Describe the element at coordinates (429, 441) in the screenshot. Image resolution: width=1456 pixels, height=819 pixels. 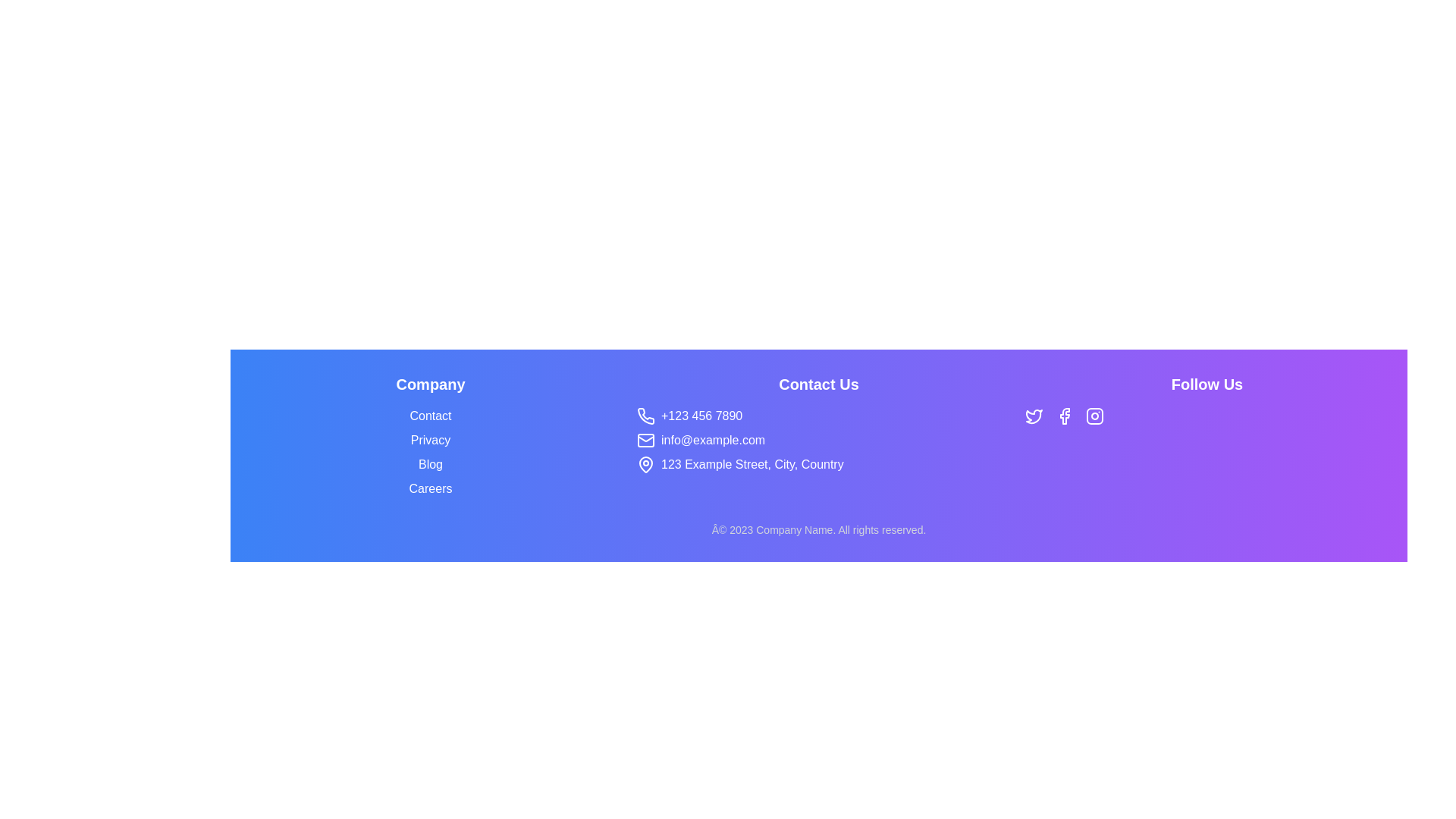
I see `the 'Privacy' hyperlink text located under the 'Company' section in the footer` at that location.